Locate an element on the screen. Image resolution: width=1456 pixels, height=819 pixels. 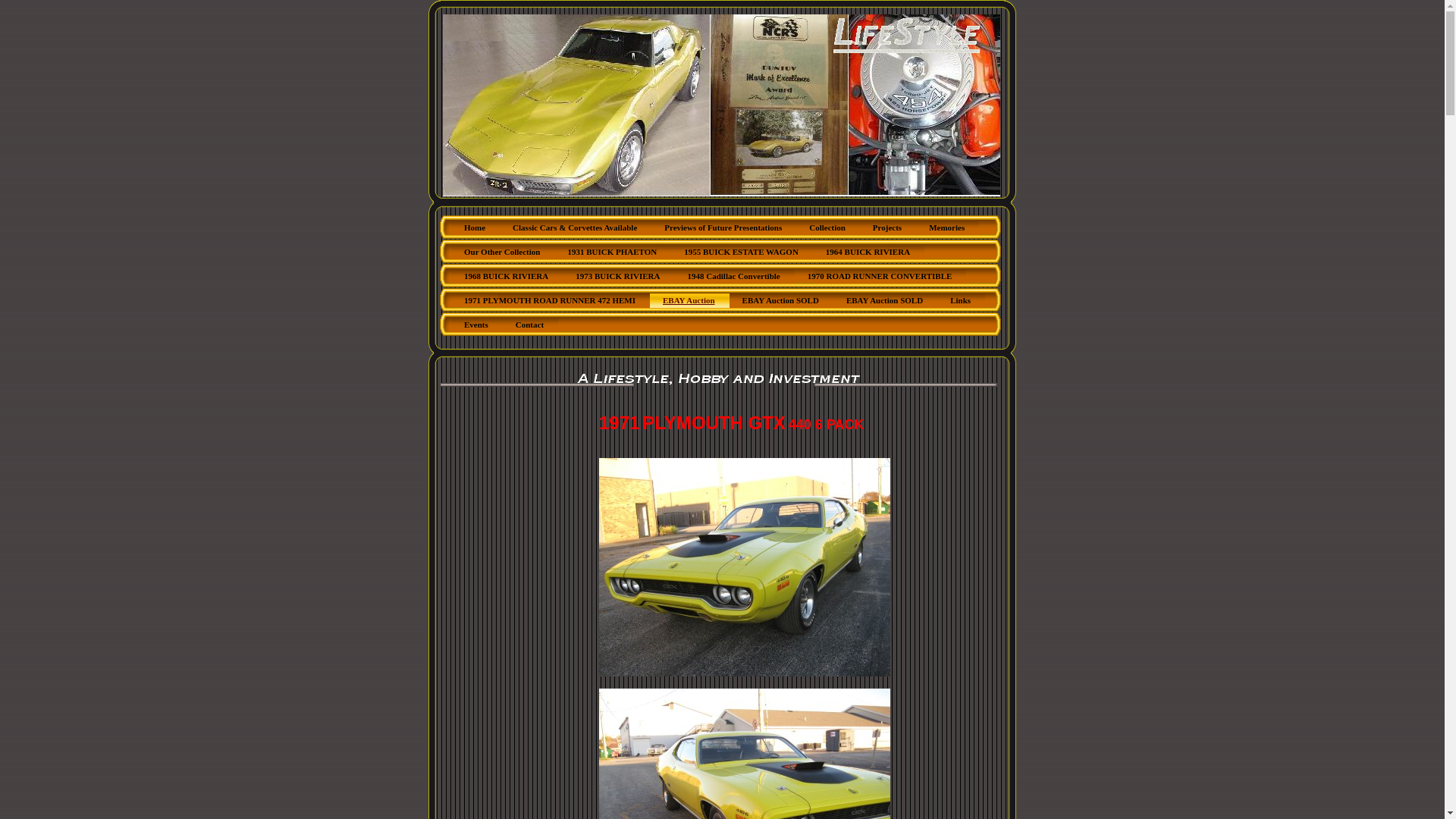
'Classic Cars & Corvettes Available' is located at coordinates (574, 228).